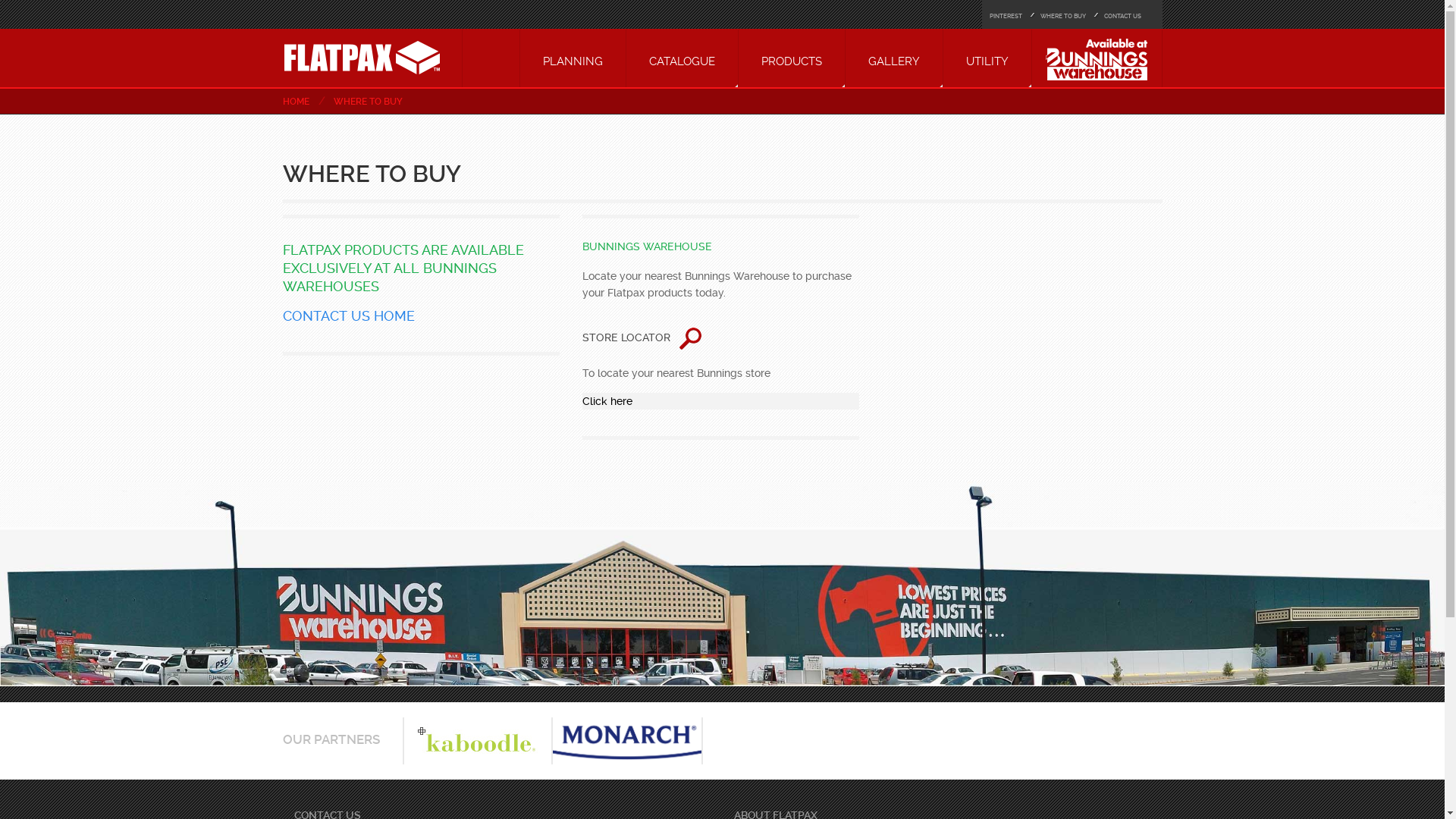 This screenshot has height=819, width=1456. I want to click on 'GALLERY', so click(893, 58).